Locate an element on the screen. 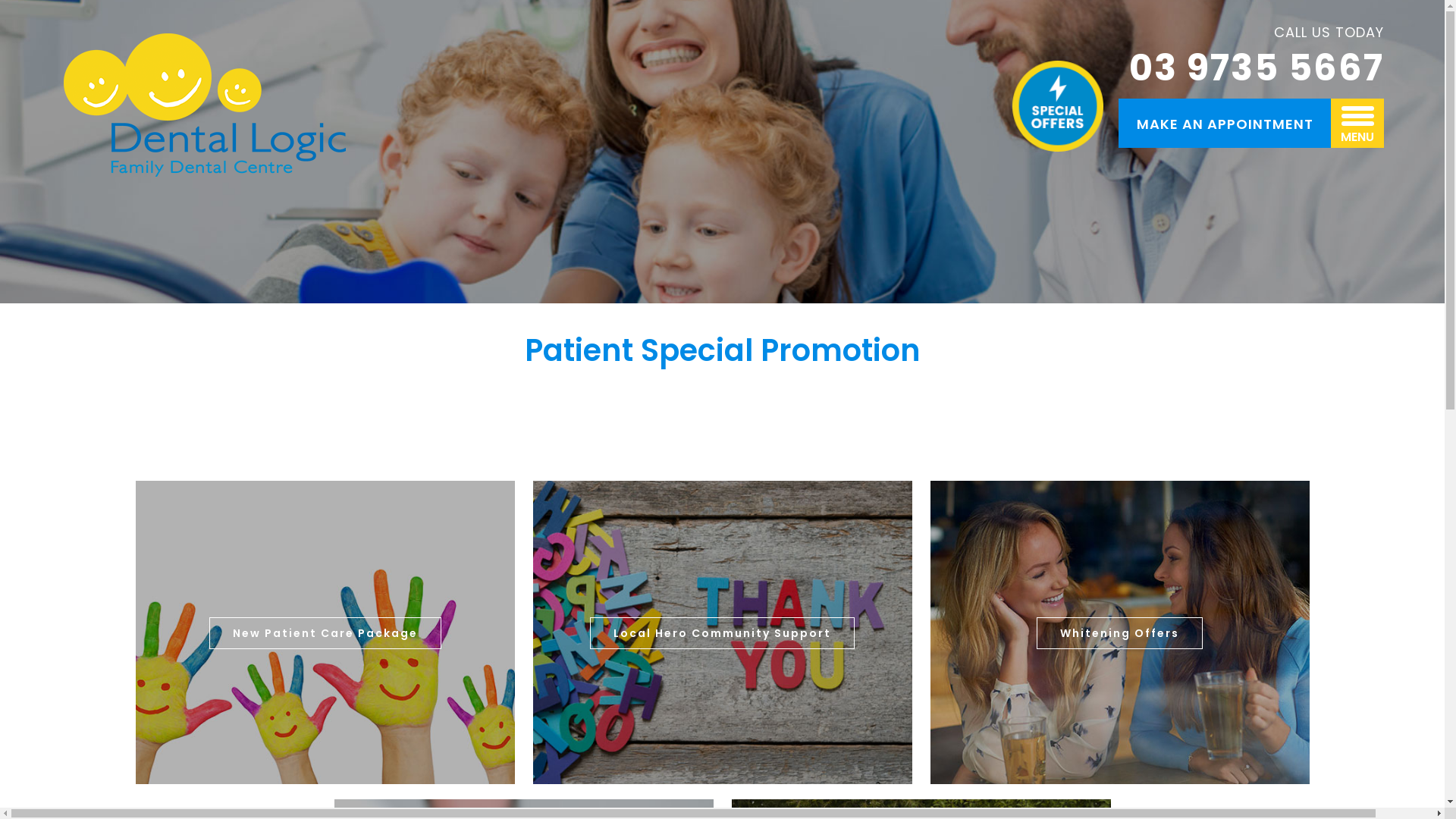 The image size is (1456, 819). 'Whitening Offers' is located at coordinates (1119, 632).